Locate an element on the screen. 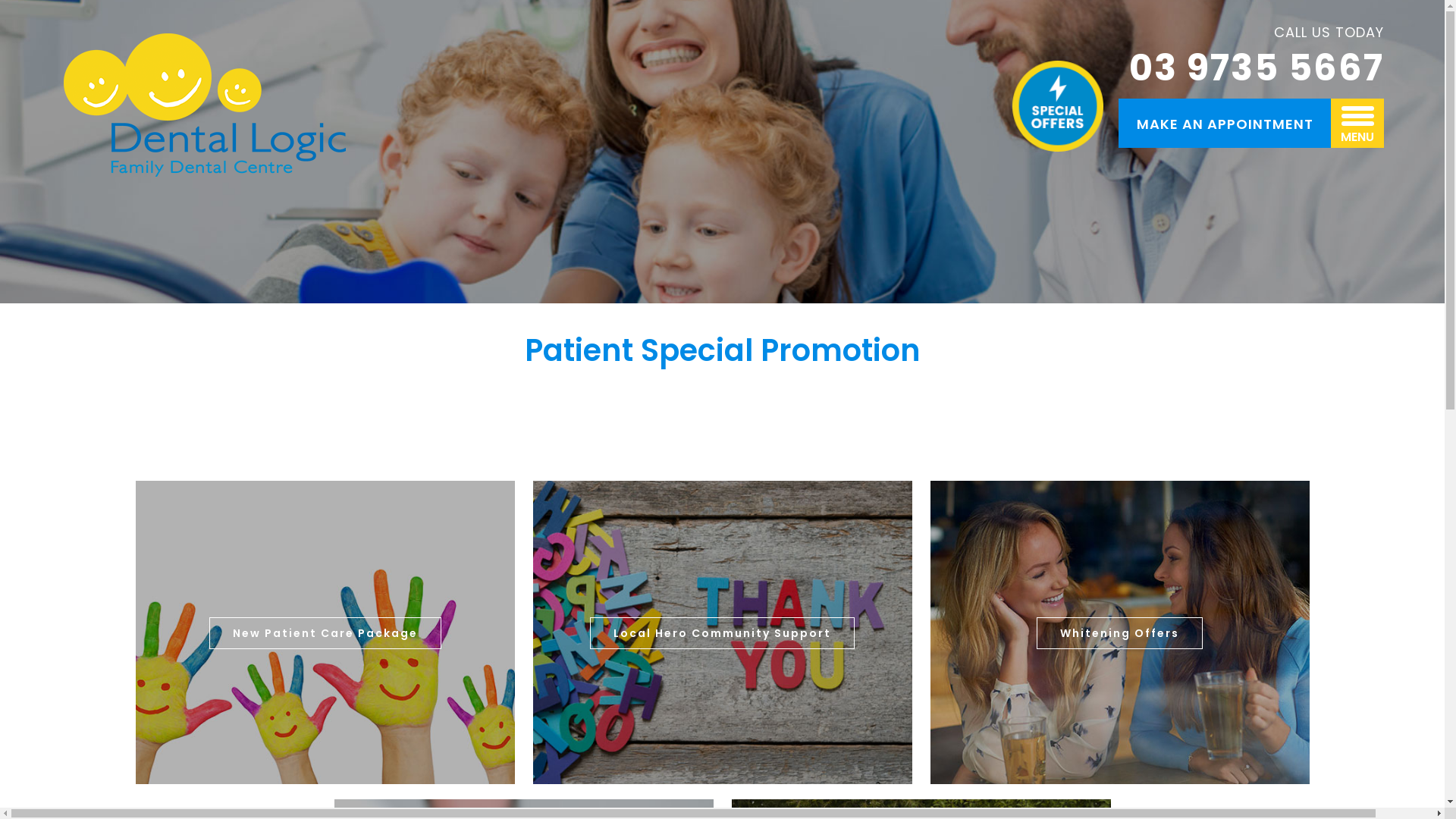 The image size is (1456, 819). 'Whitening Offers' is located at coordinates (1119, 632).